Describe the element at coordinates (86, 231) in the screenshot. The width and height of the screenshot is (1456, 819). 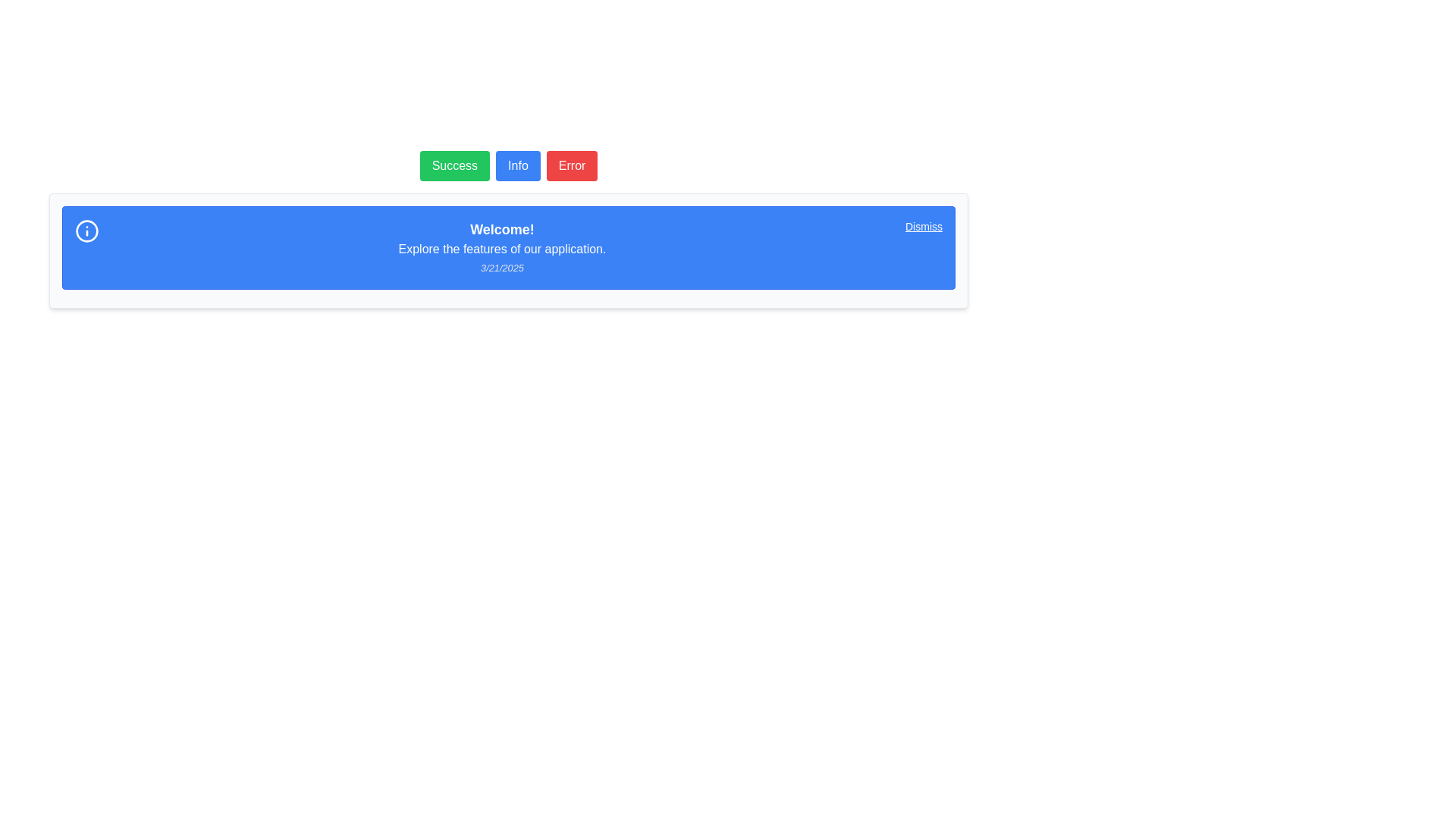
I see `the circular information icon containing a lowercase 'i' symbol, which is located to the far-left of the blue notification bar, adjacent to the 'Welcome!' text header` at that location.